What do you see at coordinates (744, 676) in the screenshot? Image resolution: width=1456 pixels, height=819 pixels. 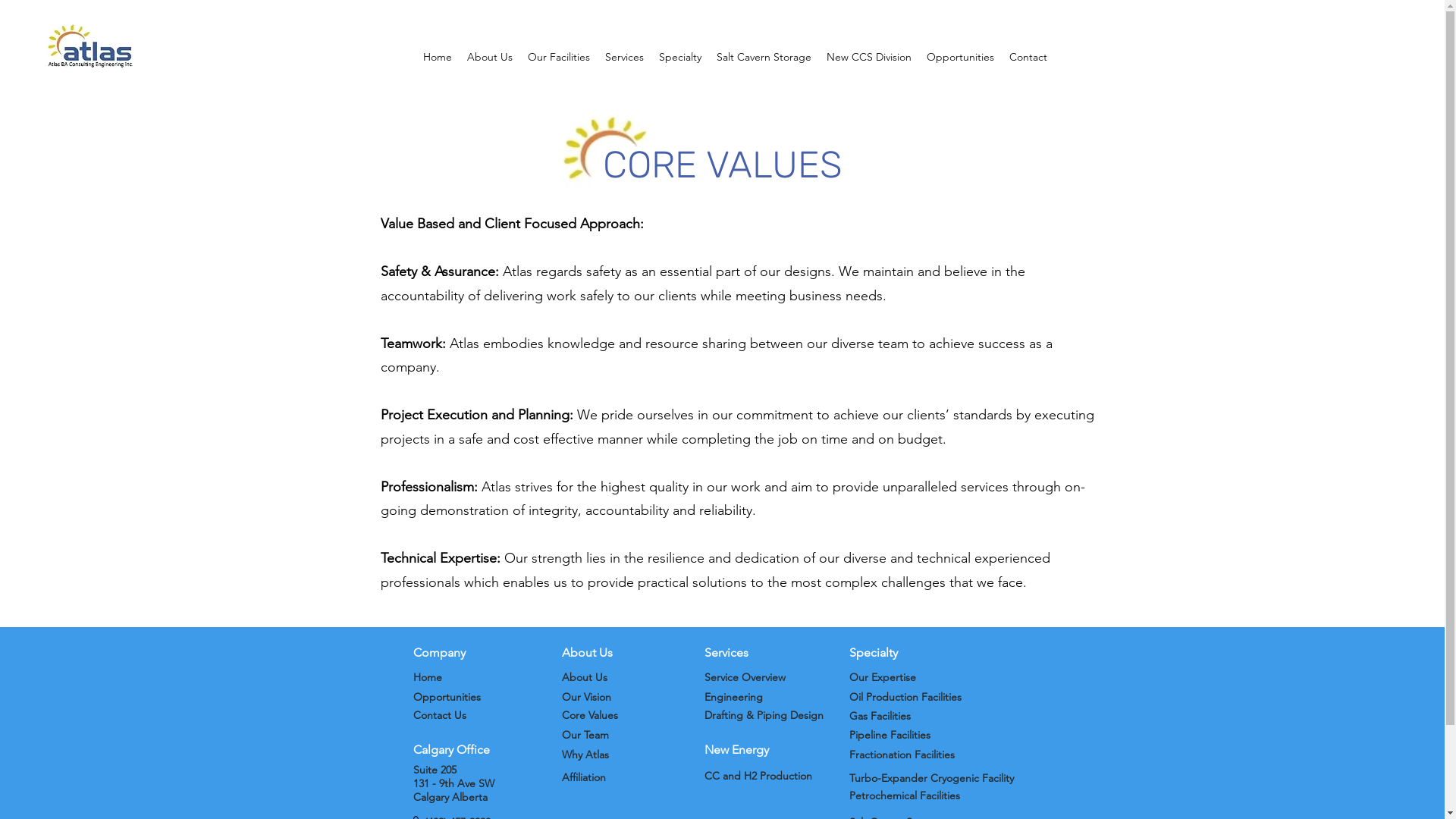 I see `'Service Overview'` at bounding box center [744, 676].